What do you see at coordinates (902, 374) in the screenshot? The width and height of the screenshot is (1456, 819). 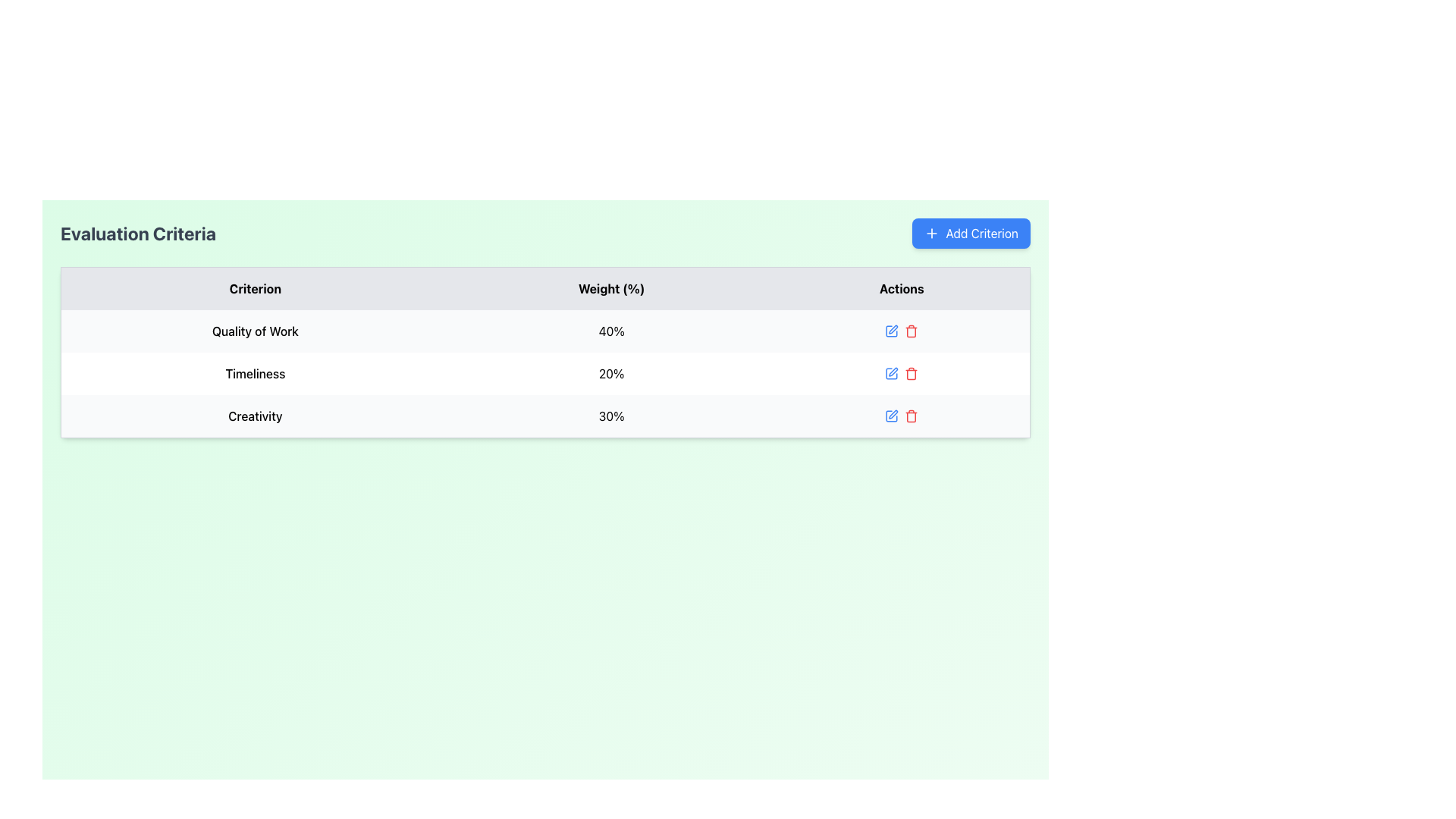 I see `the empty UI space located in the 'Actions' column of the 'Timeliness' row, positioned between the edit and delete icons` at bounding box center [902, 374].